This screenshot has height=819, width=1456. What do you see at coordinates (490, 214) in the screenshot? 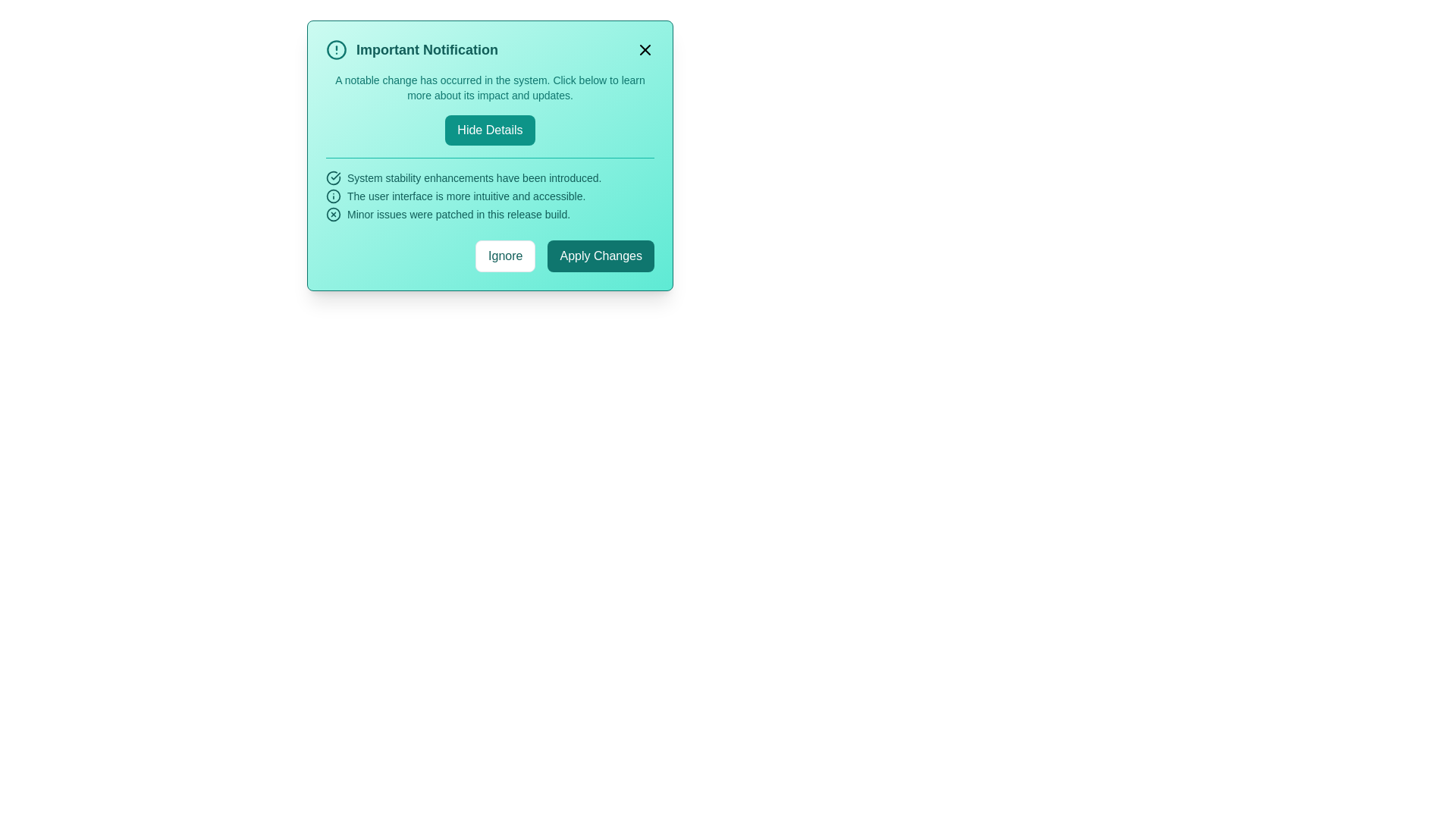
I see `the informational text stating 'Minor issues were patched in this release build.' with a red circular icon next to it, located in the teal notification window` at bounding box center [490, 214].